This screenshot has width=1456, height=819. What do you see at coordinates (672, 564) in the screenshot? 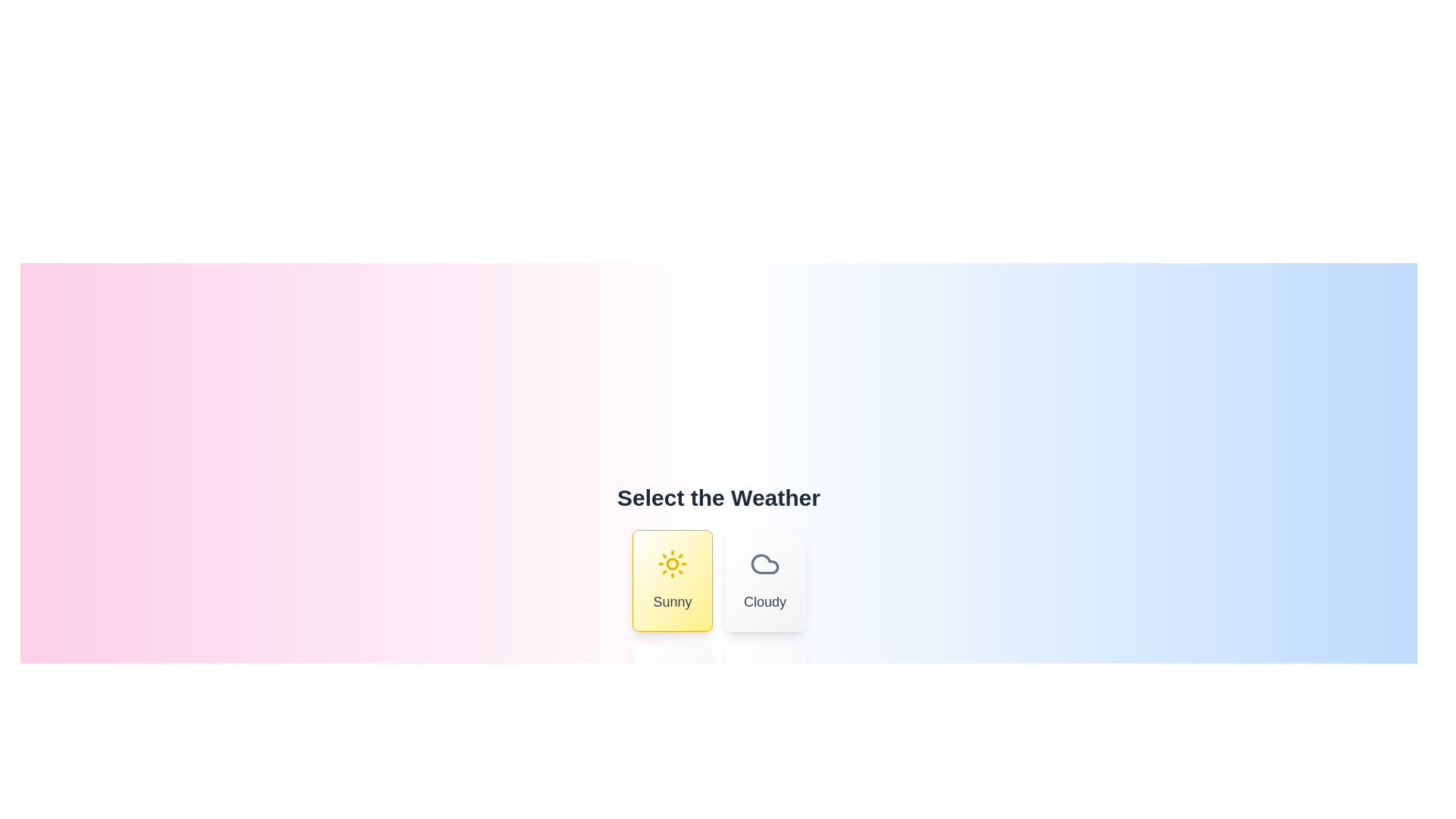
I see `the yellow sun icon, which is a weather icon for sunny conditions, located above the text label 'Sunny'` at bounding box center [672, 564].